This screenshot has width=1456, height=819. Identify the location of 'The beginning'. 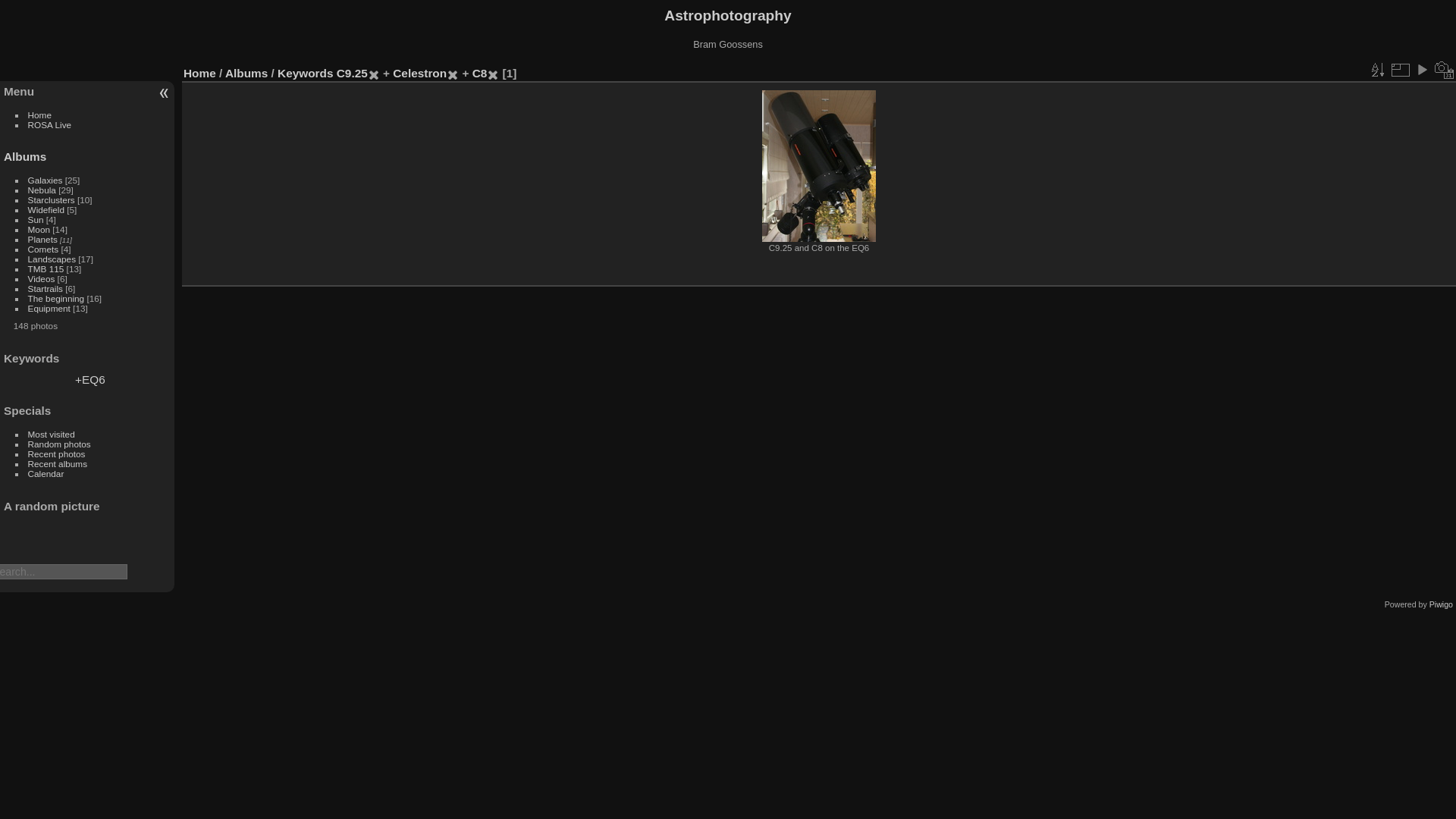
(28, 298).